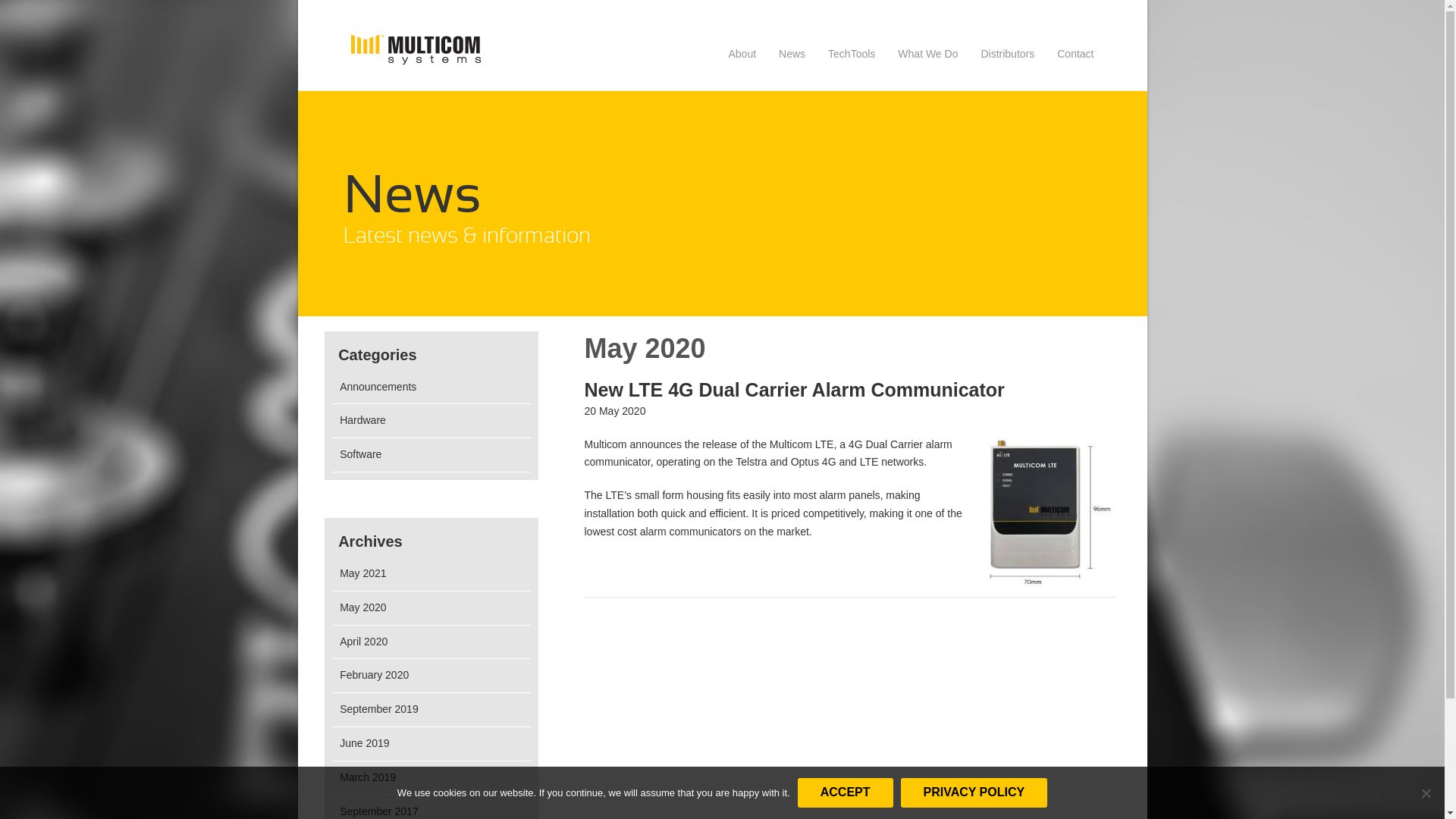  I want to click on 'September 2019', so click(378, 708).